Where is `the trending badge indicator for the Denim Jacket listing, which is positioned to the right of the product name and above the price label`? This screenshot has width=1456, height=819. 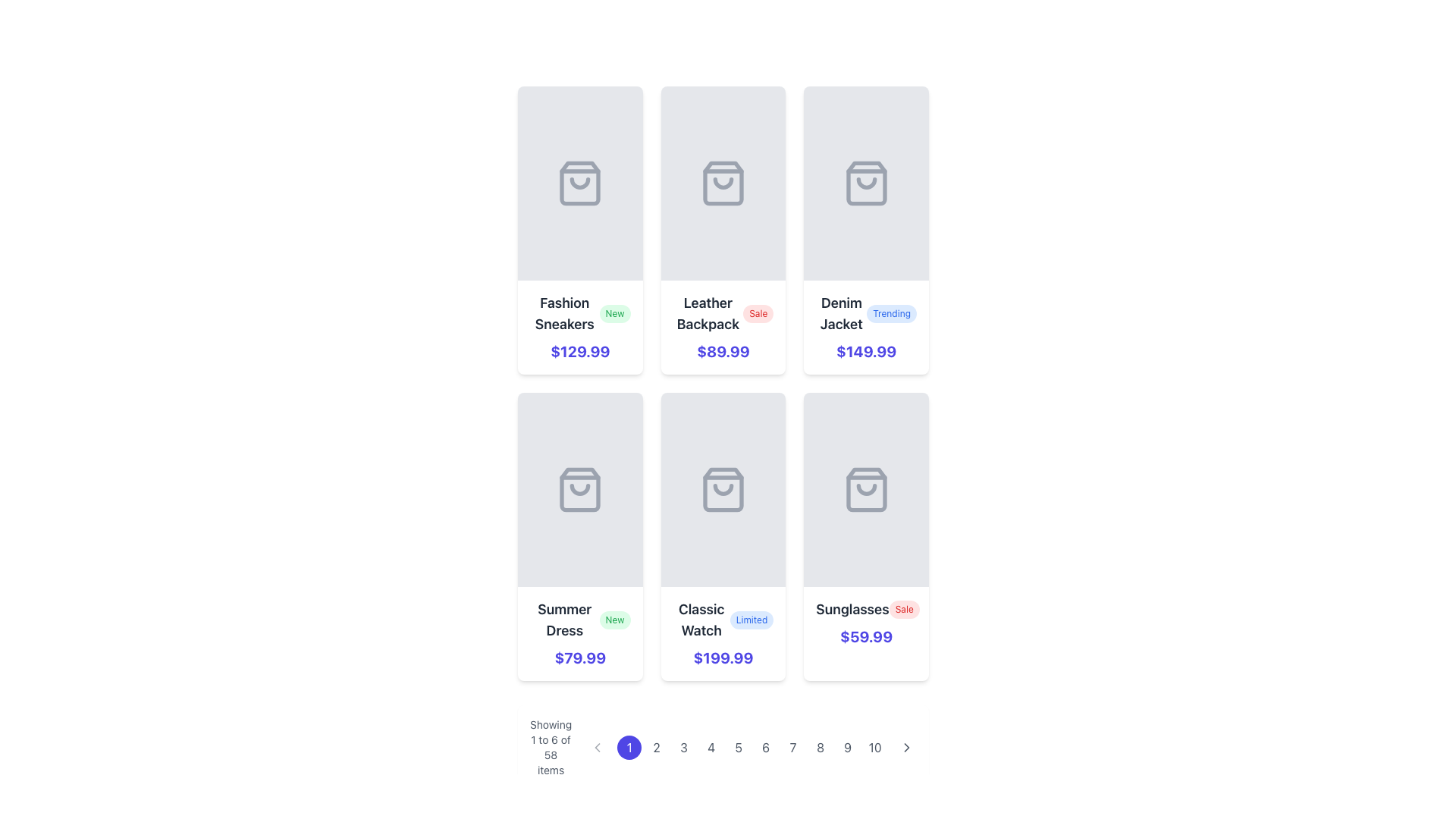
the trending badge indicator for the Denim Jacket listing, which is positioned to the right of the product name and above the price label is located at coordinates (892, 312).